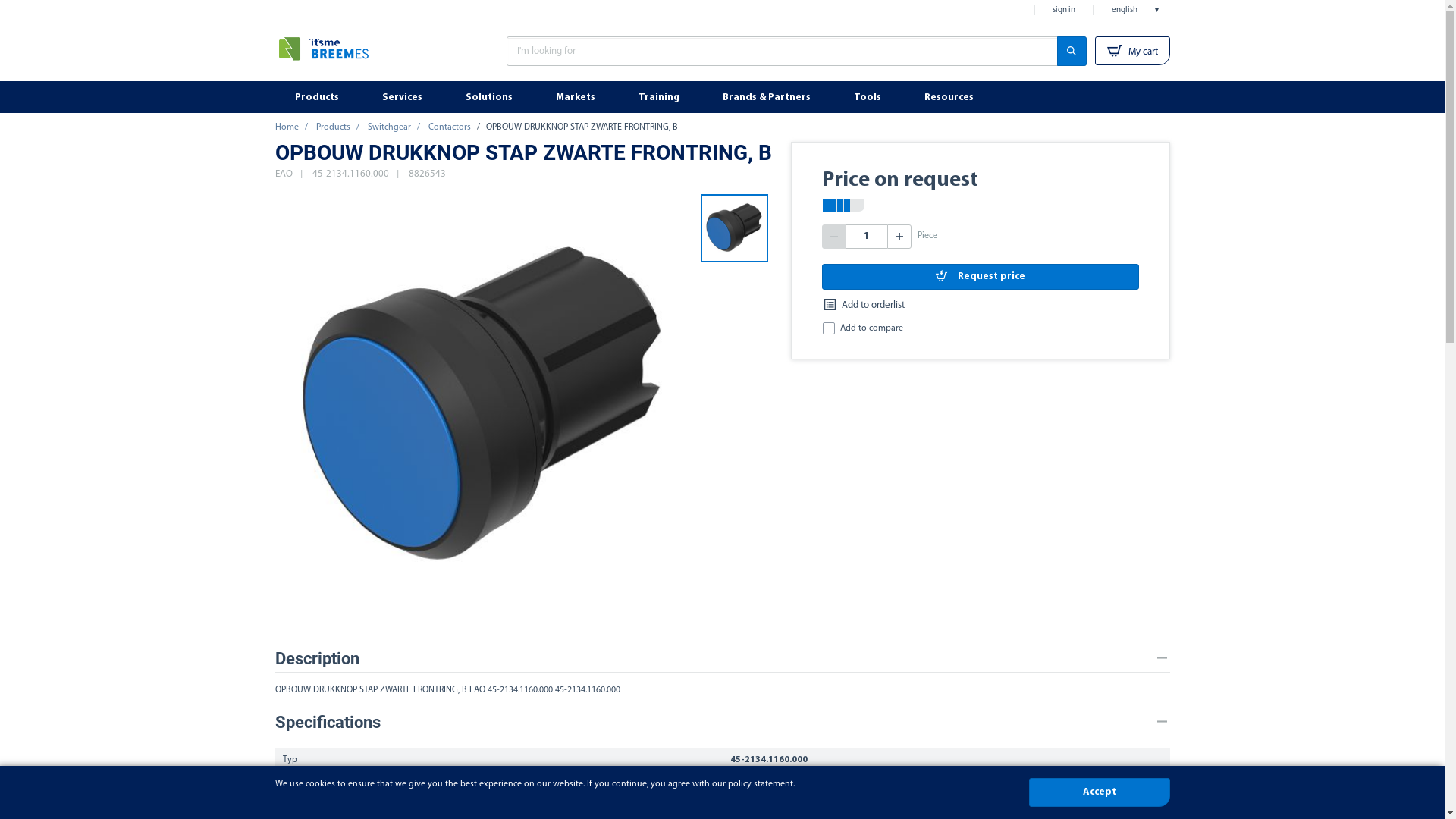 The image size is (1456, 819). I want to click on 'My cart', so click(1095, 49).